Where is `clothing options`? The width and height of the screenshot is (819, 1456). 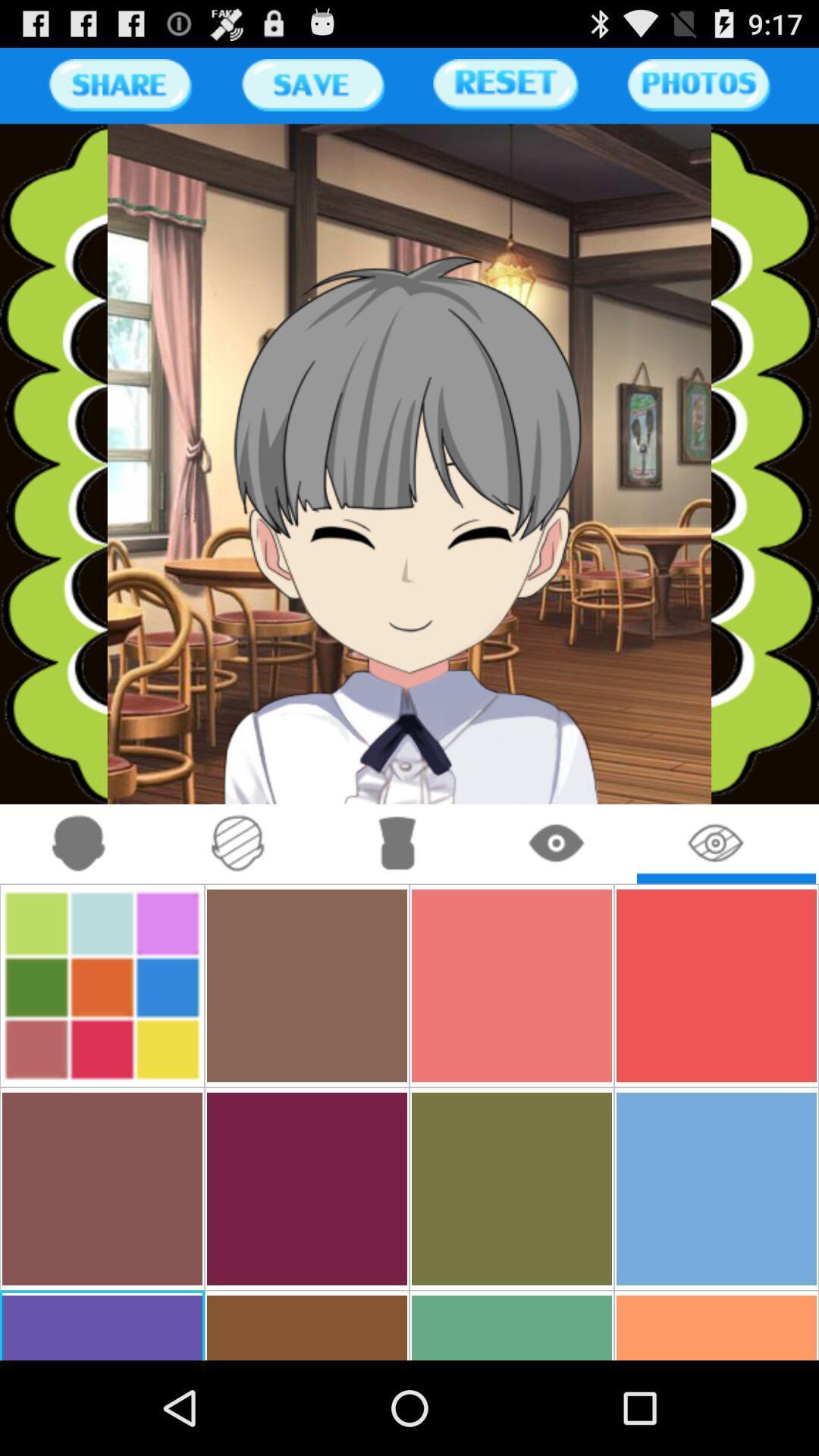
clothing options is located at coordinates (397, 843).